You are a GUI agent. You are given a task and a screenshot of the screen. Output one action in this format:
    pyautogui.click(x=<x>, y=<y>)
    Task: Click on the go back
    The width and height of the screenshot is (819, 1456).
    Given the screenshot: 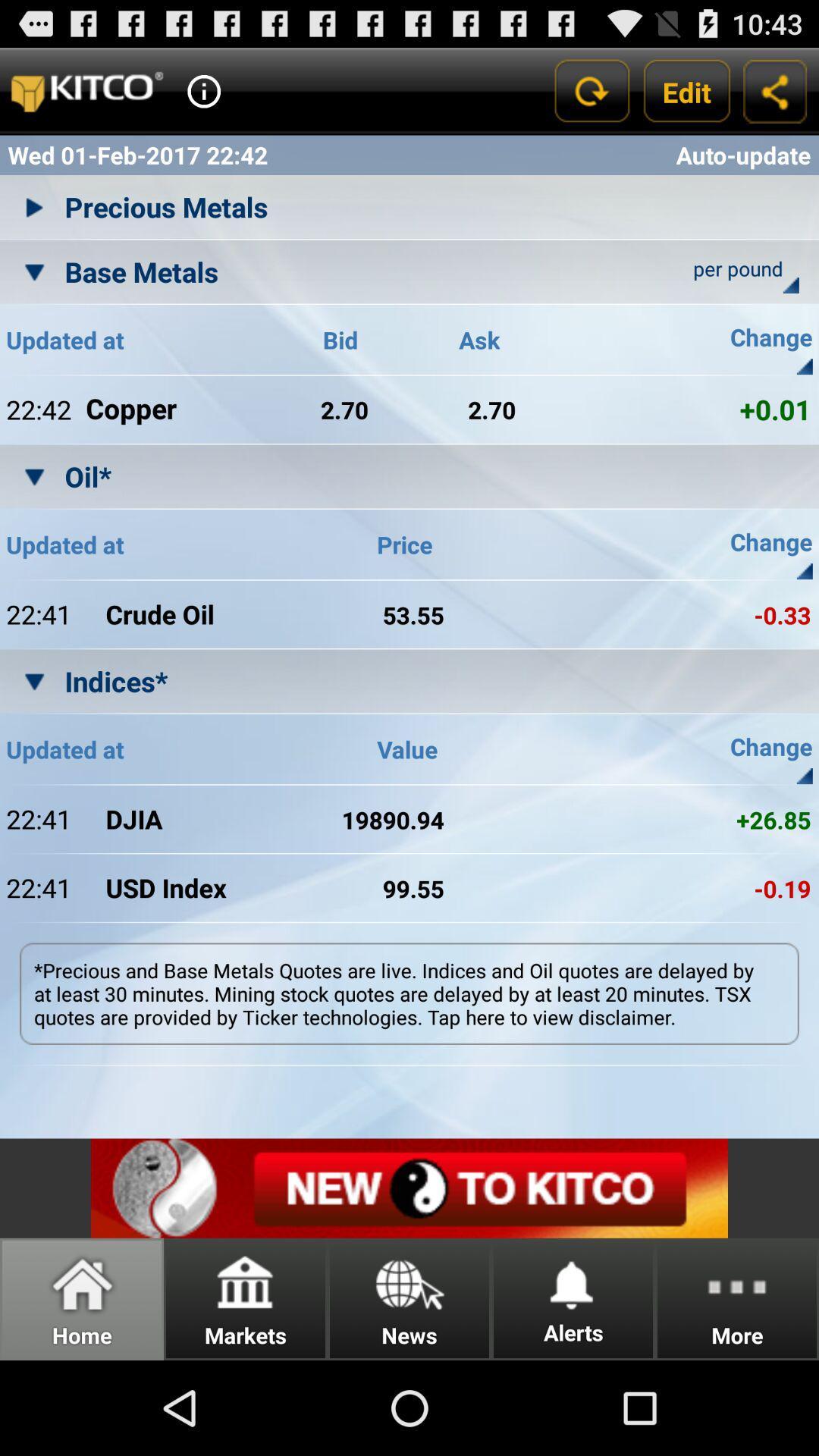 What is the action you would take?
    pyautogui.click(x=590, y=90)
    